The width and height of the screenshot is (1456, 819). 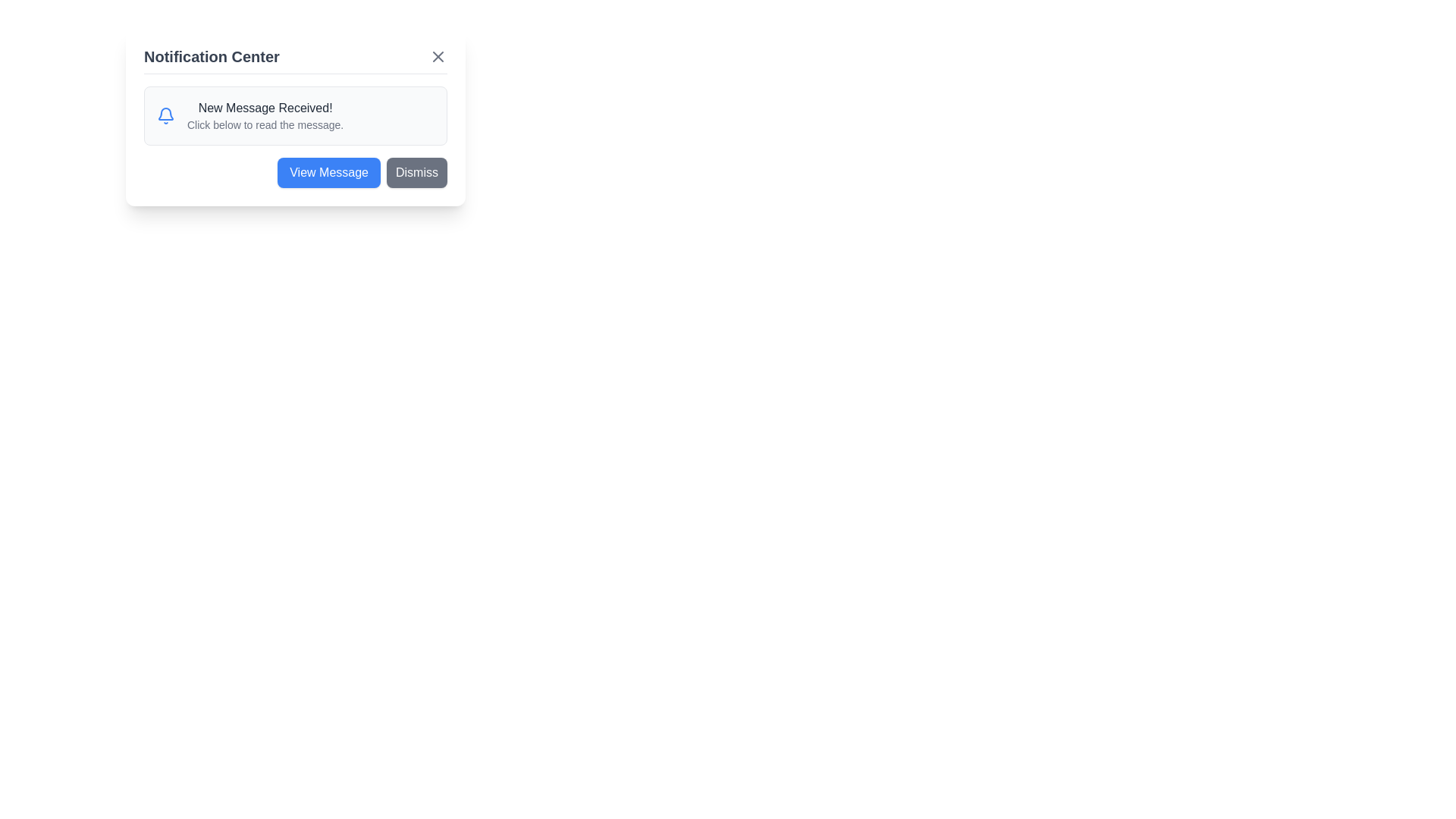 I want to click on the button located in the bottom section of the 'Notification Center' that navigates to view message details, so click(x=295, y=171).